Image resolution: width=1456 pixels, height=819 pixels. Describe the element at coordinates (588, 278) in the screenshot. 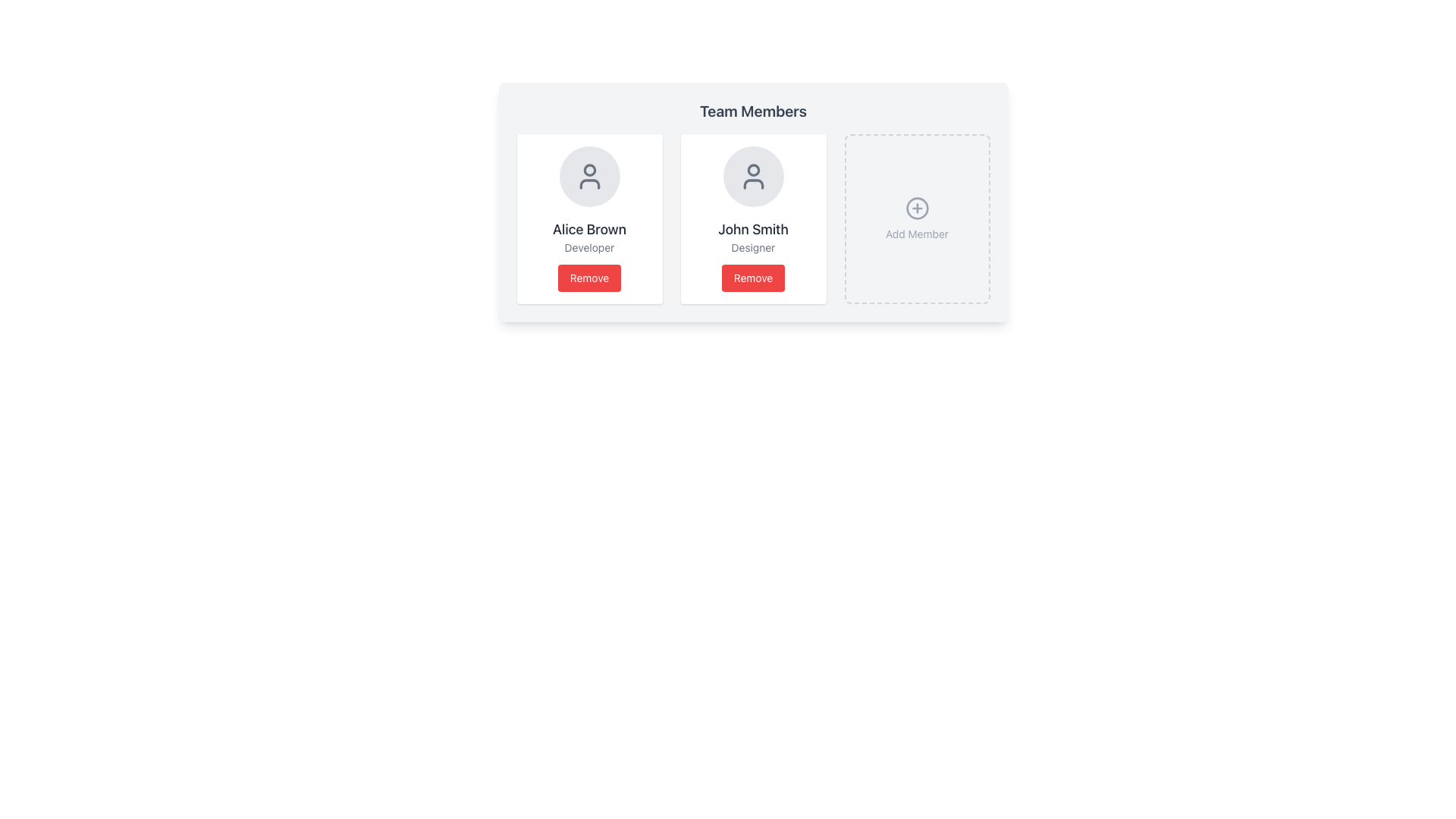

I see `the button located at the bottom center of Alice Brown's information card` at that location.